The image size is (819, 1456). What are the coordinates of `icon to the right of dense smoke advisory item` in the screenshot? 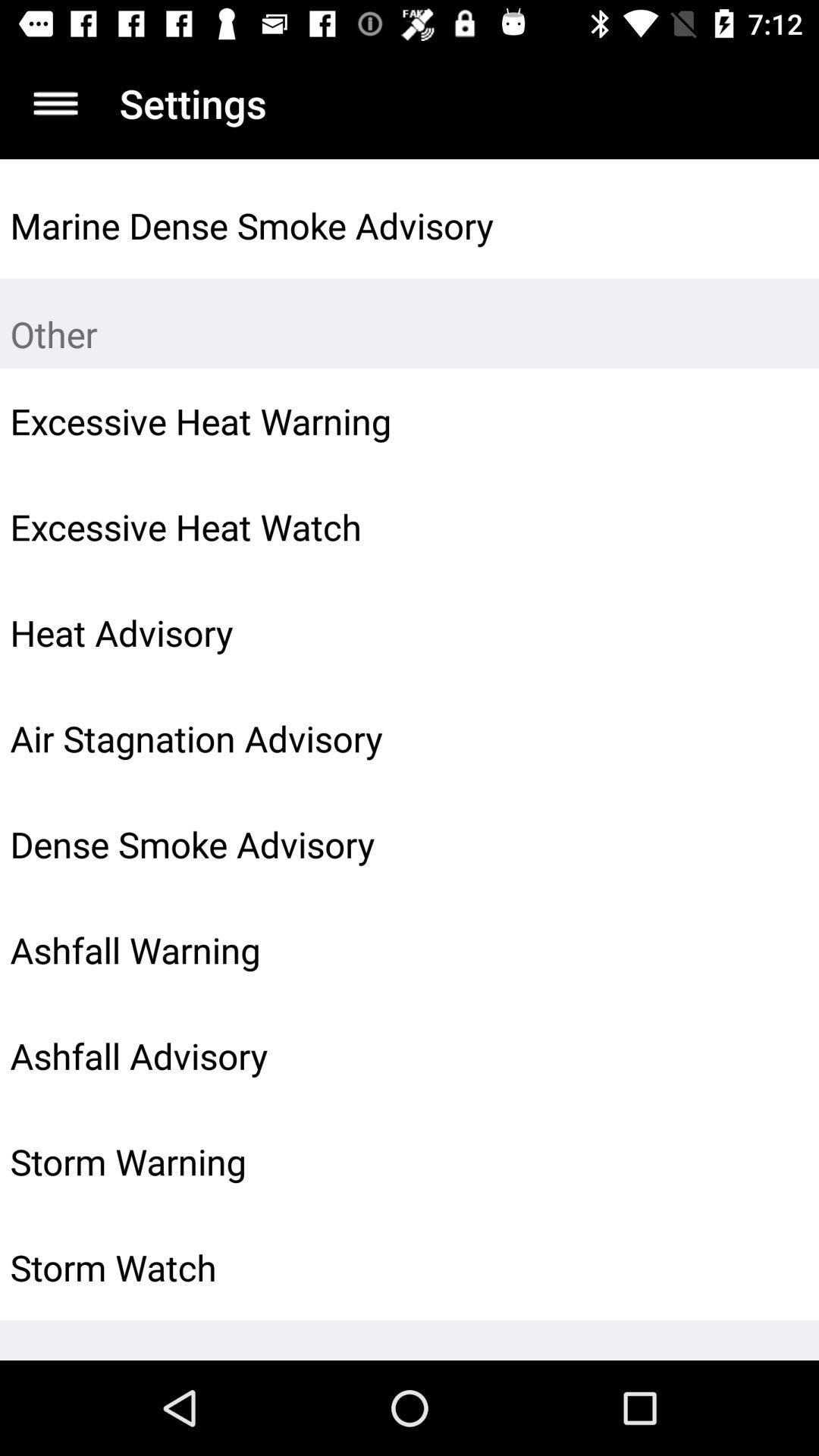 It's located at (771, 843).